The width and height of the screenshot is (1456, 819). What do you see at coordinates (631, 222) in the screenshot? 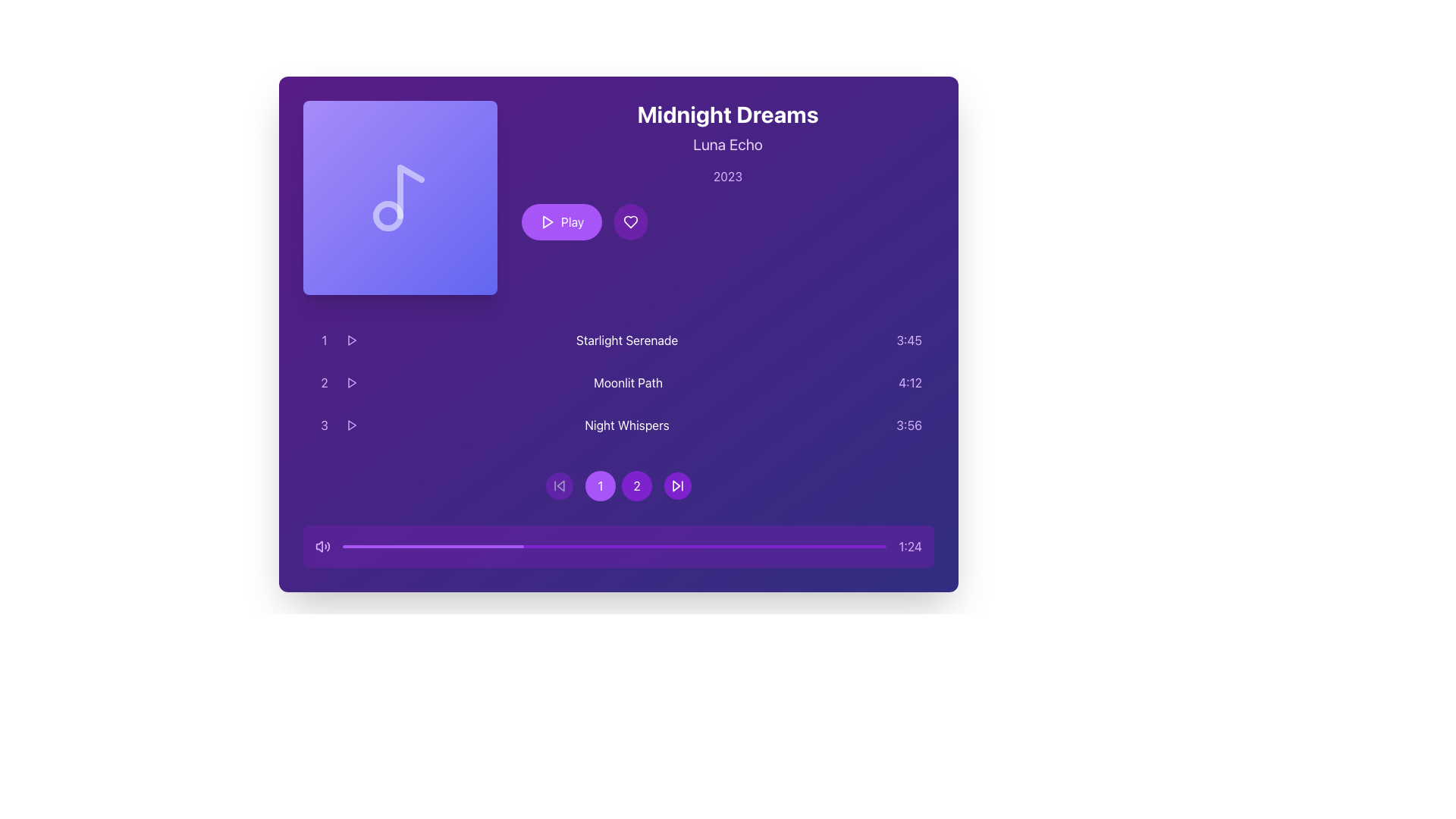
I see `the heart icon button, which represents the 'like' or 'favorite' action, located to the right of the 'Play' button, to observe the hover effect` at bounding box center [631, 222].